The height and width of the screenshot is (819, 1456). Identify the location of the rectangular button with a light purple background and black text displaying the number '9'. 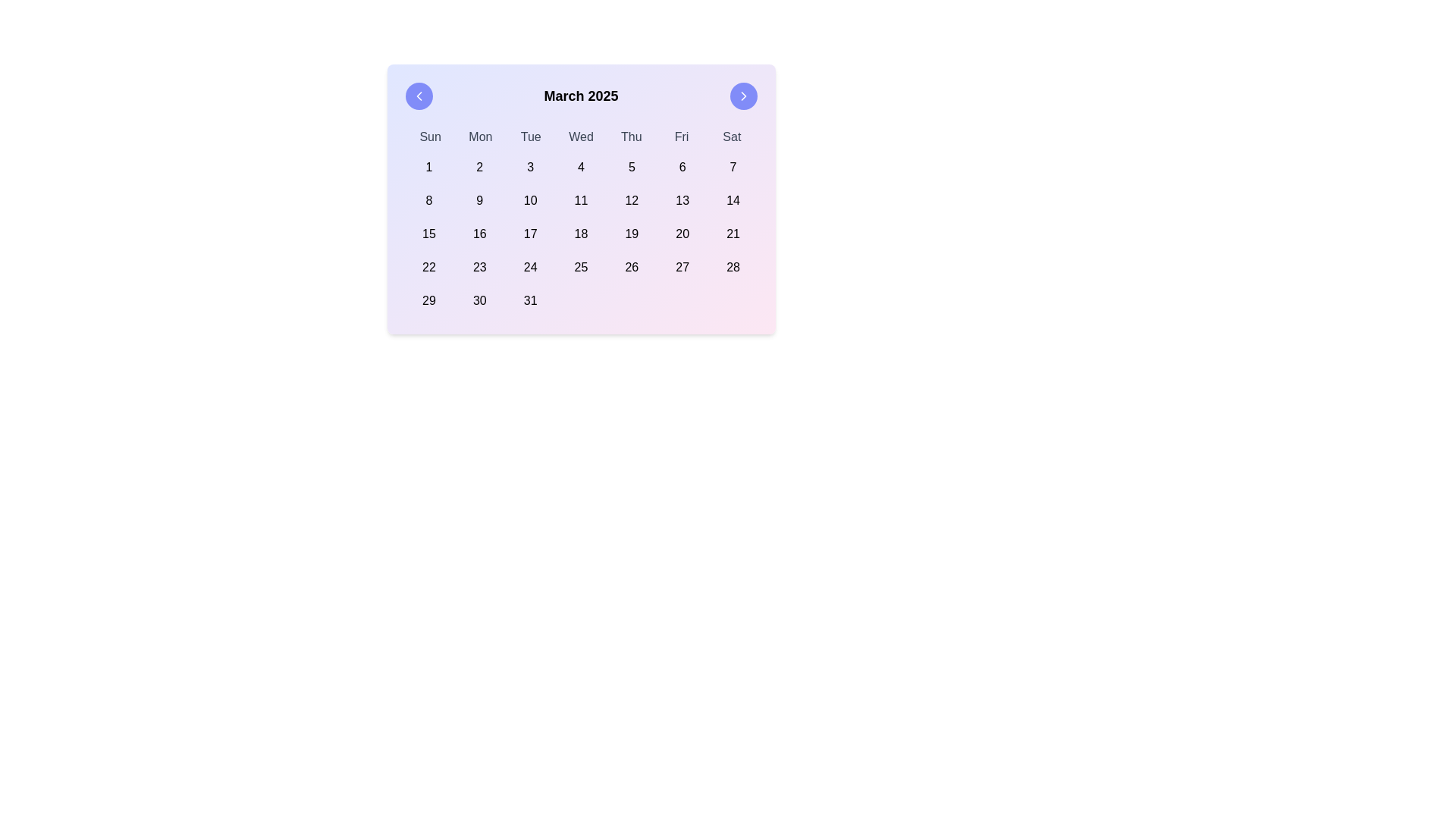
(479, 200).